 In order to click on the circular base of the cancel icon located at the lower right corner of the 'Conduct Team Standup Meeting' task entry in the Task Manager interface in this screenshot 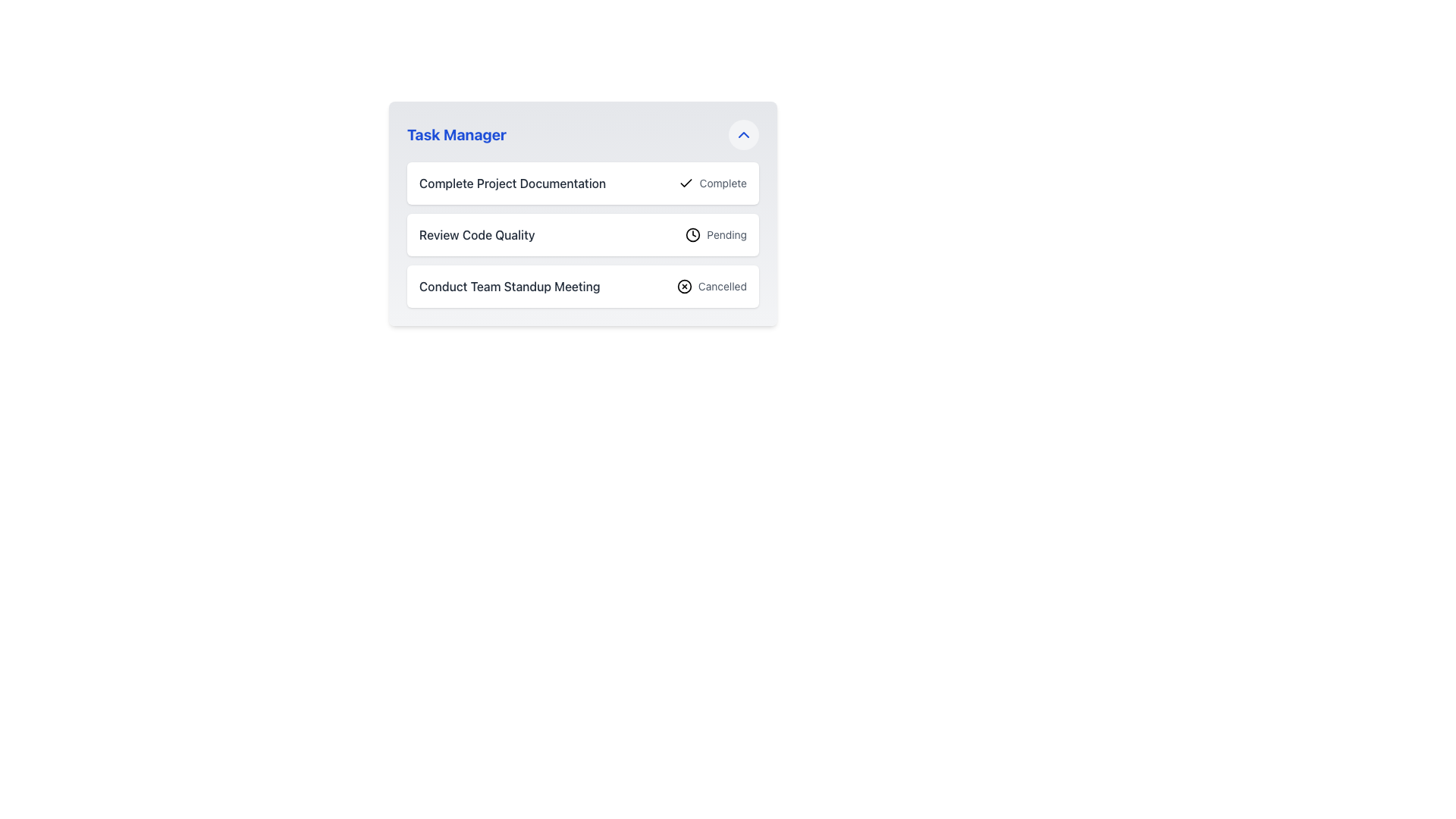, I will do `click(683, 287)`.